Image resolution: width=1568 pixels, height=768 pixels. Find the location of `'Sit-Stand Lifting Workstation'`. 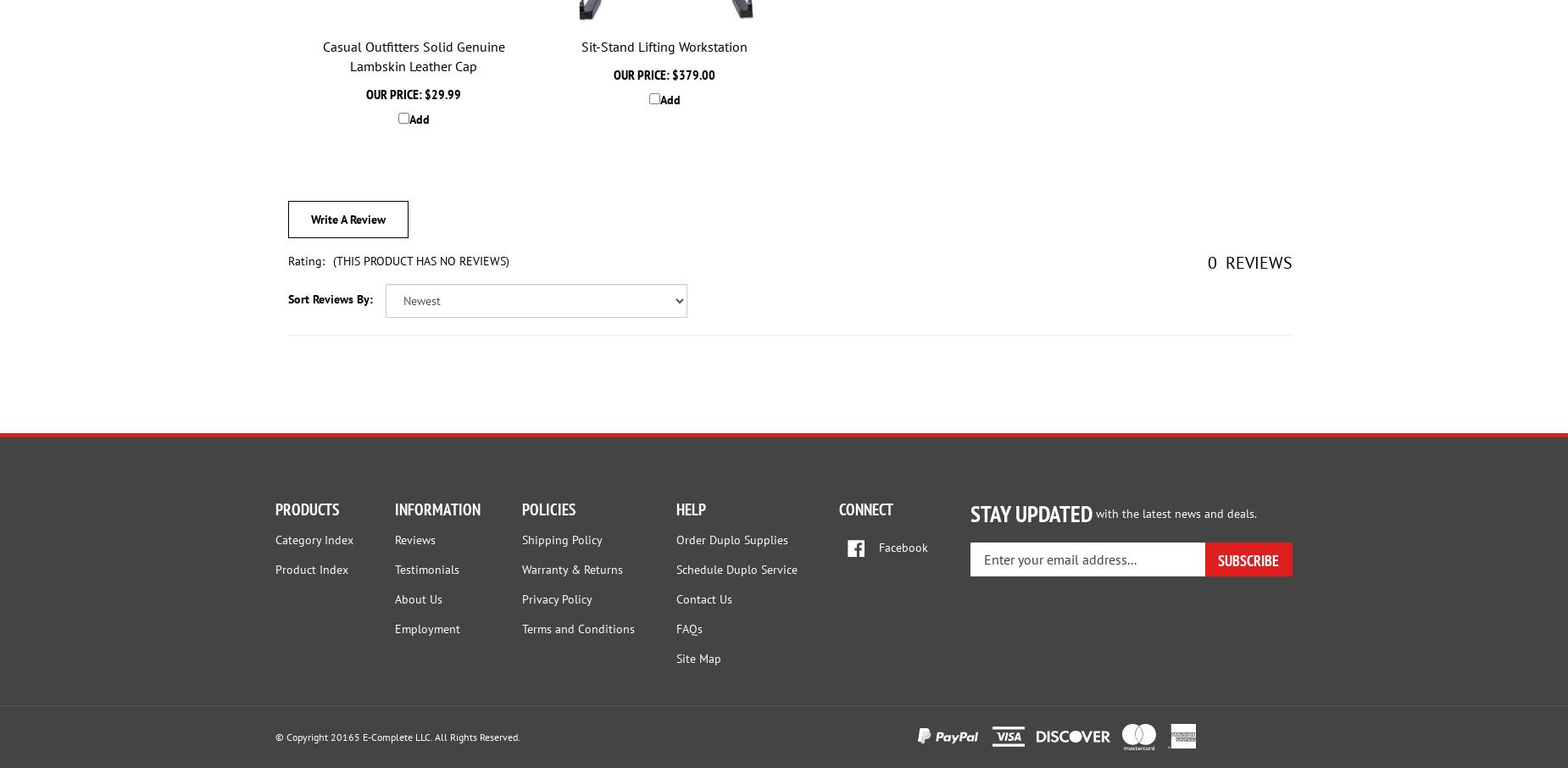

'Sit-Stand Lifting Workstation' is located at coordinates (581, 46).